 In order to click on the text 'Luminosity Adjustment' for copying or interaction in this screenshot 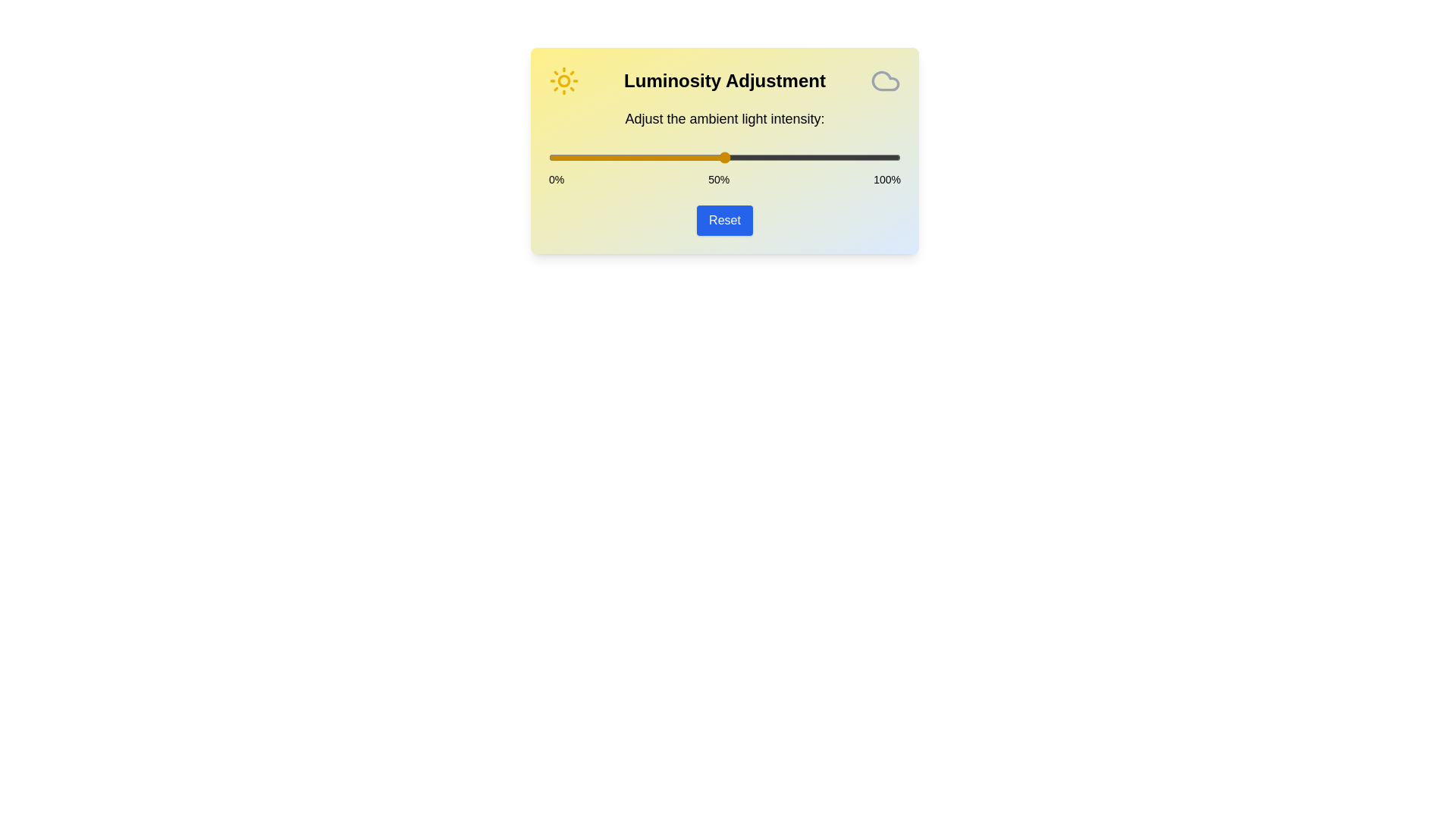, I will do `click(723, 81)`.